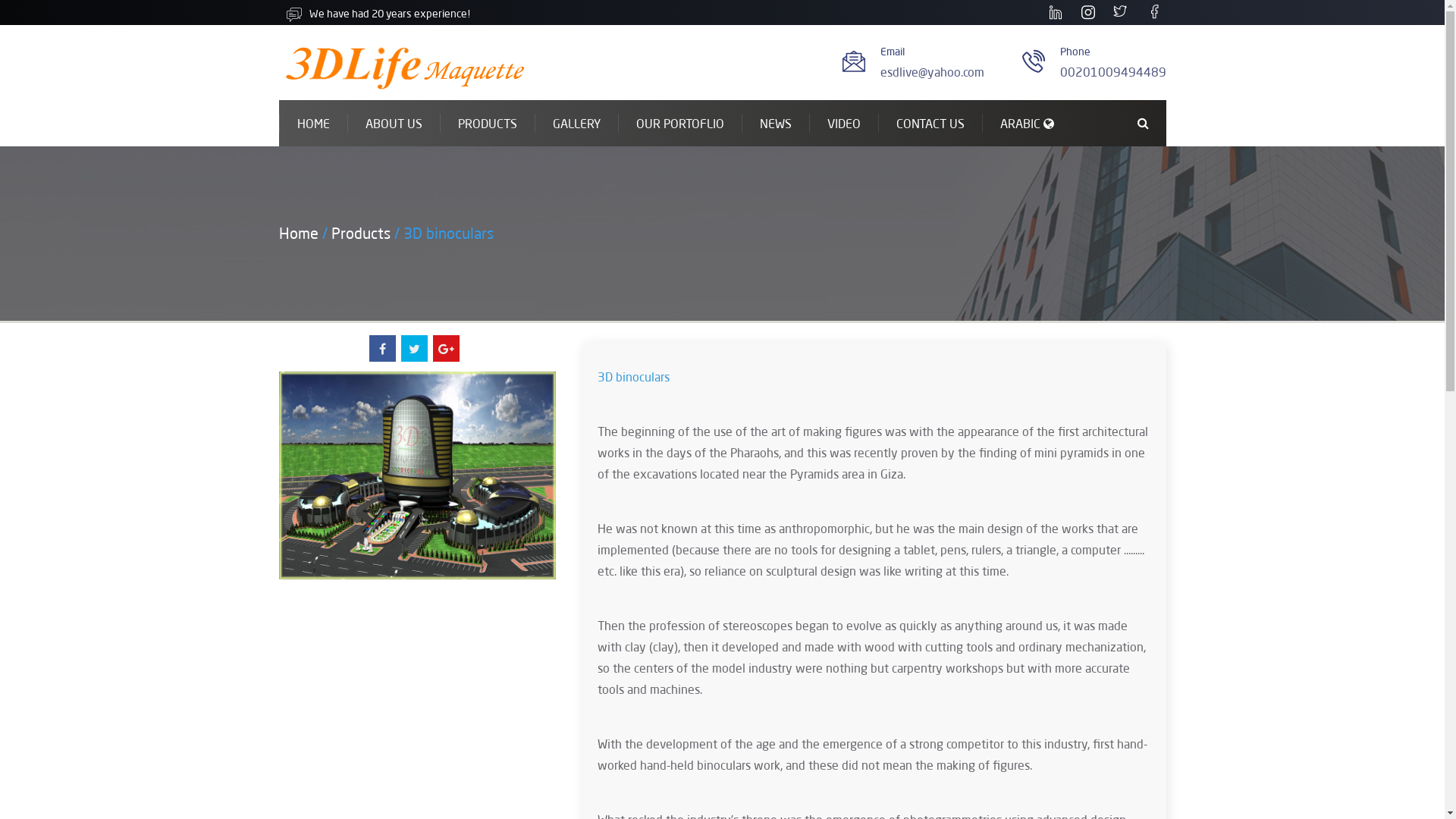 Image resolution: width=1456 pixels, height=819 pixels. I want to click on 'index.php', so click(279, 61).